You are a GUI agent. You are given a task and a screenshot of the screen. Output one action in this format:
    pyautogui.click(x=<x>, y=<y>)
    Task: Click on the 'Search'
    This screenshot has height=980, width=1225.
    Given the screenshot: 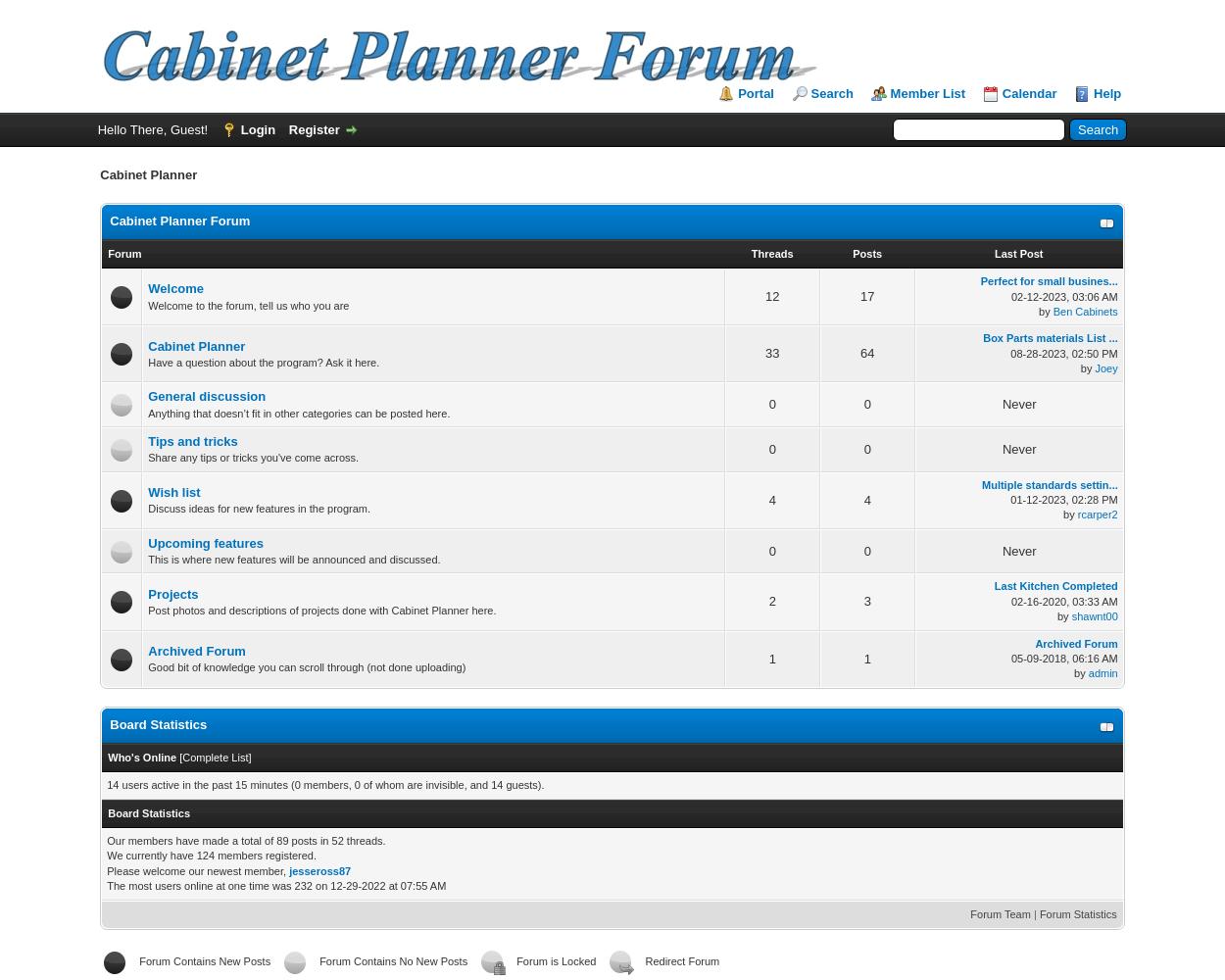 What is the action you would take?
    pyautogui.click(x=830, y=92)
    